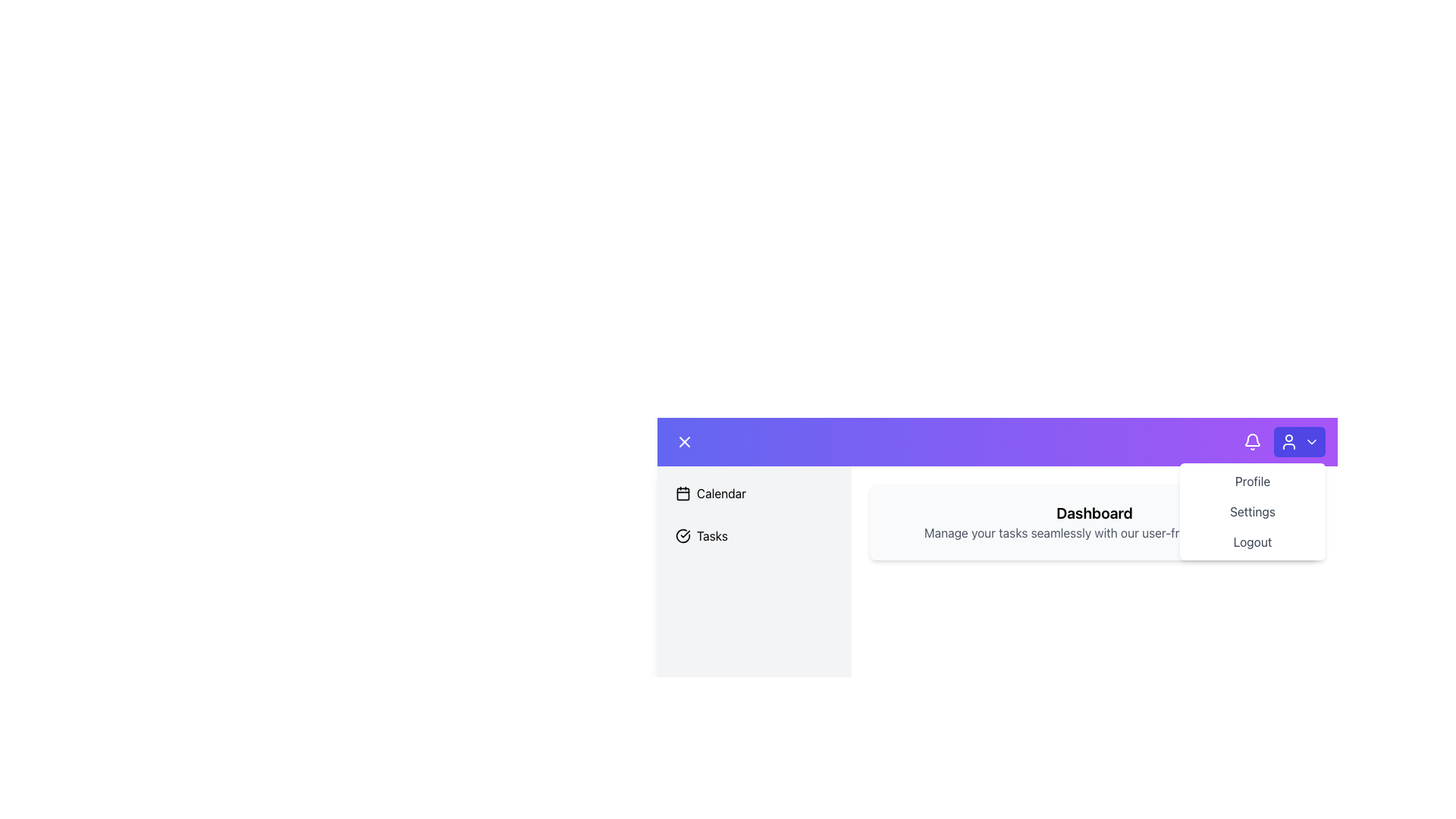  Describe the element at coordinates (754, 535) in the screenshot. I see `the 'Tasks' button located below the 'Calendar' item` at that location.